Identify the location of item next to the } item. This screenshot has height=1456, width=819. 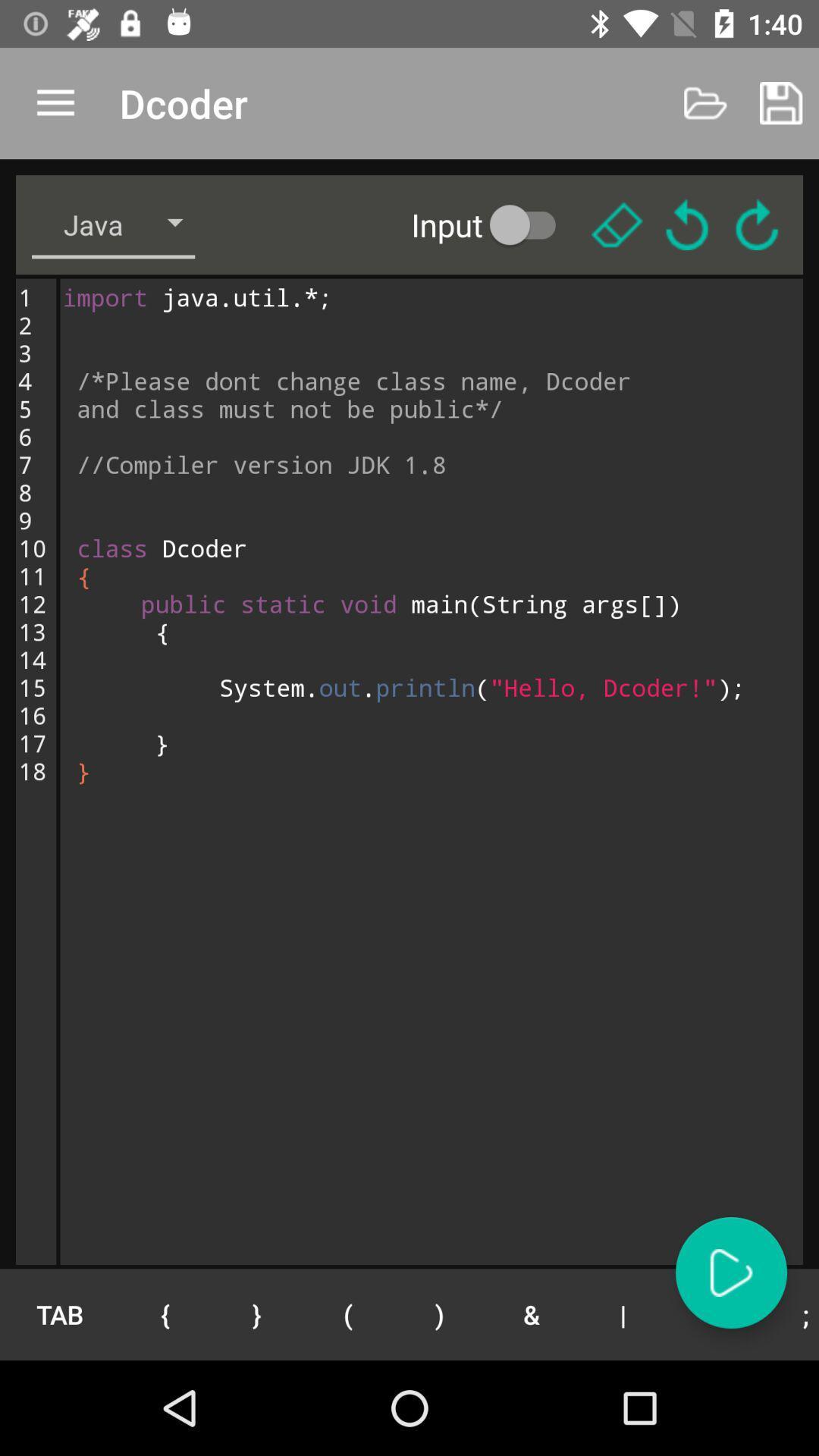
(165, 1313).